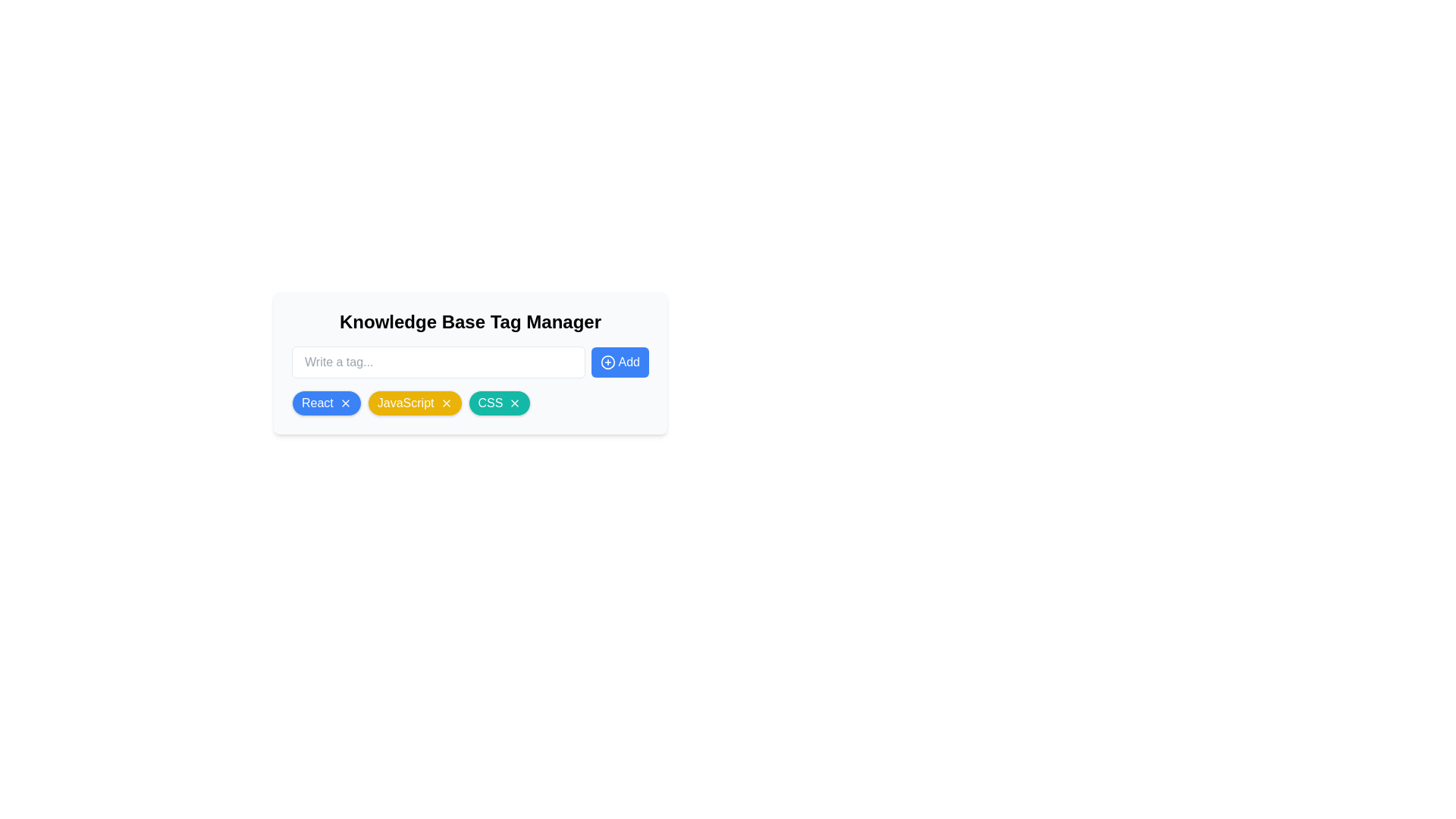  I want to click on the close icon on any tag within the 'Knowledge Base Tag Manager' input element, which features a white background and rounded corners, and includes tags such as 'React,' 'JavaScript,' and 'CSS.', so click(469, 423).